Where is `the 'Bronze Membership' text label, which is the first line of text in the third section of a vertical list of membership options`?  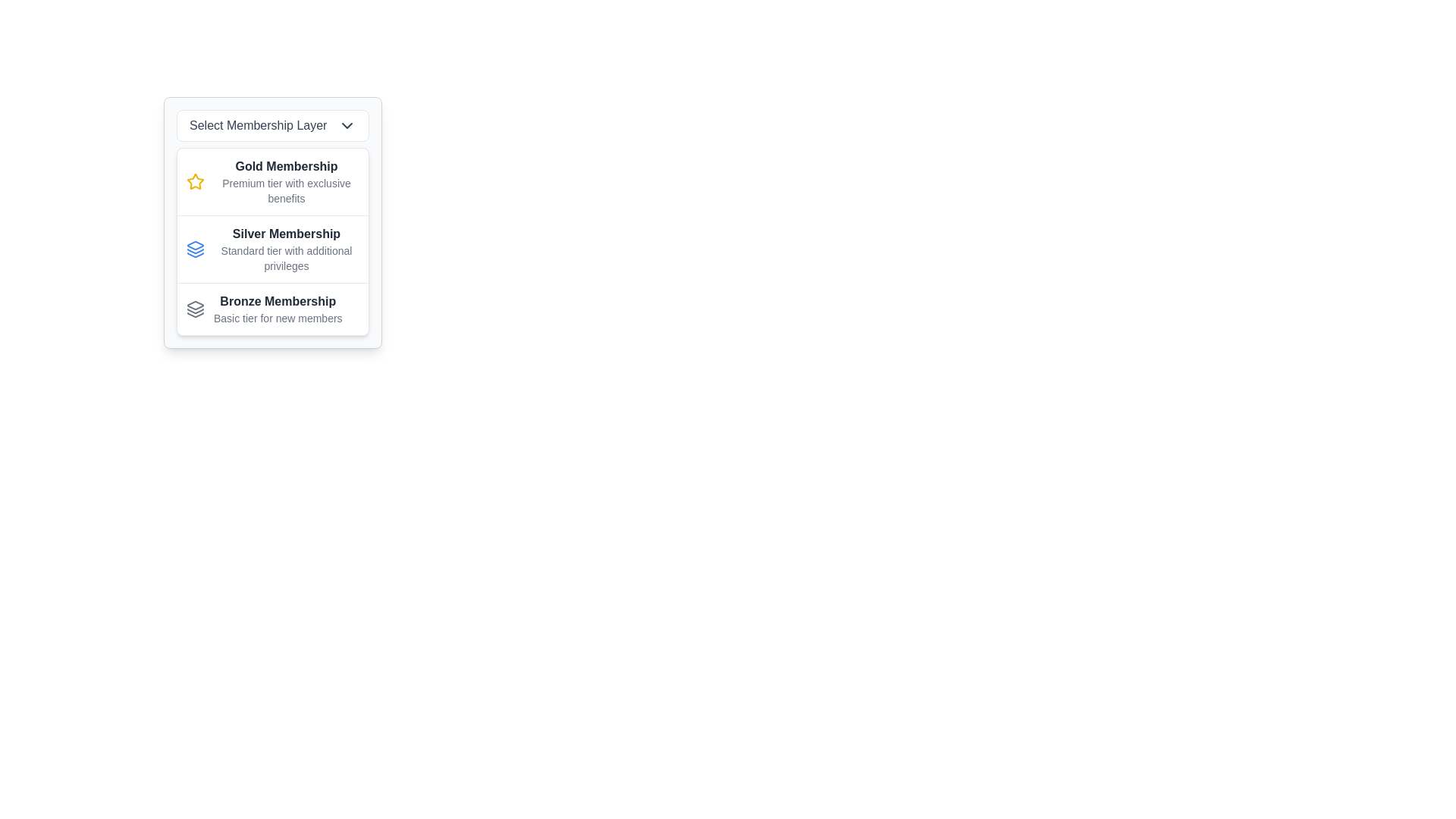
the 'Bronze Membership' text label, which is the first line of text in the third section of a vertical list of membership options is located at coordinates (278, 301).